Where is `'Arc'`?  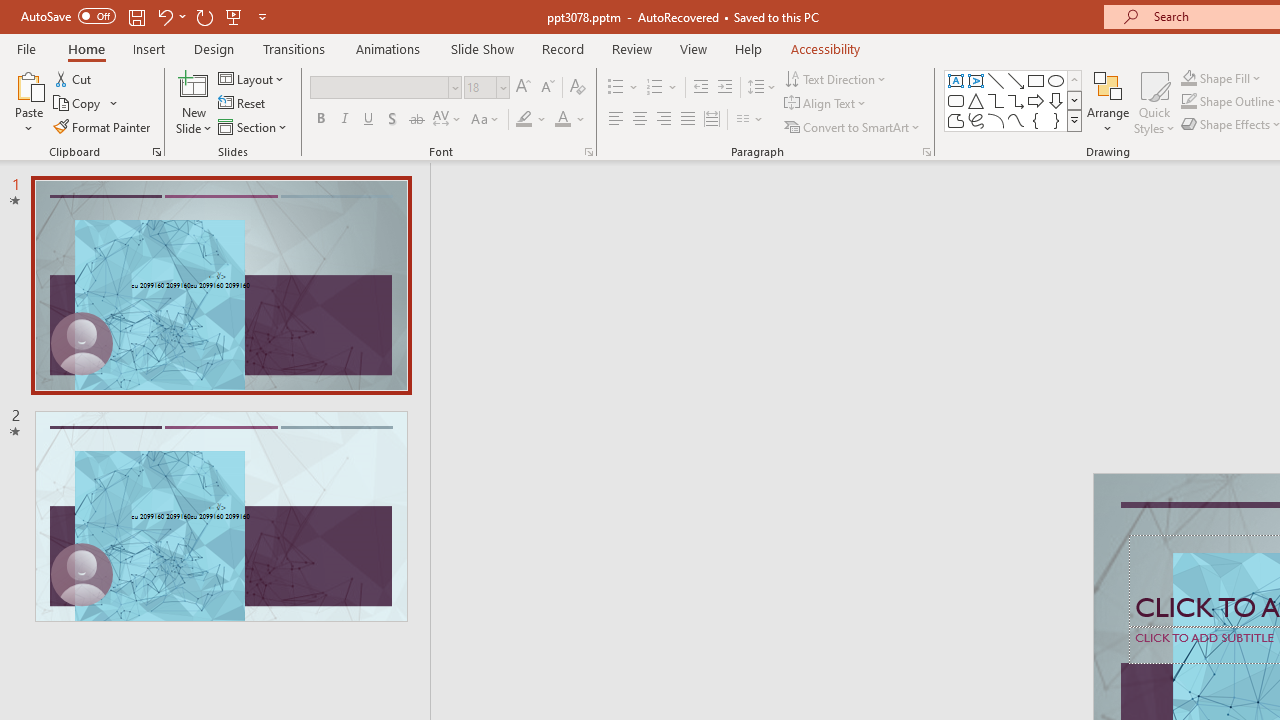 'Arc' is located at coordinates (995, 120).